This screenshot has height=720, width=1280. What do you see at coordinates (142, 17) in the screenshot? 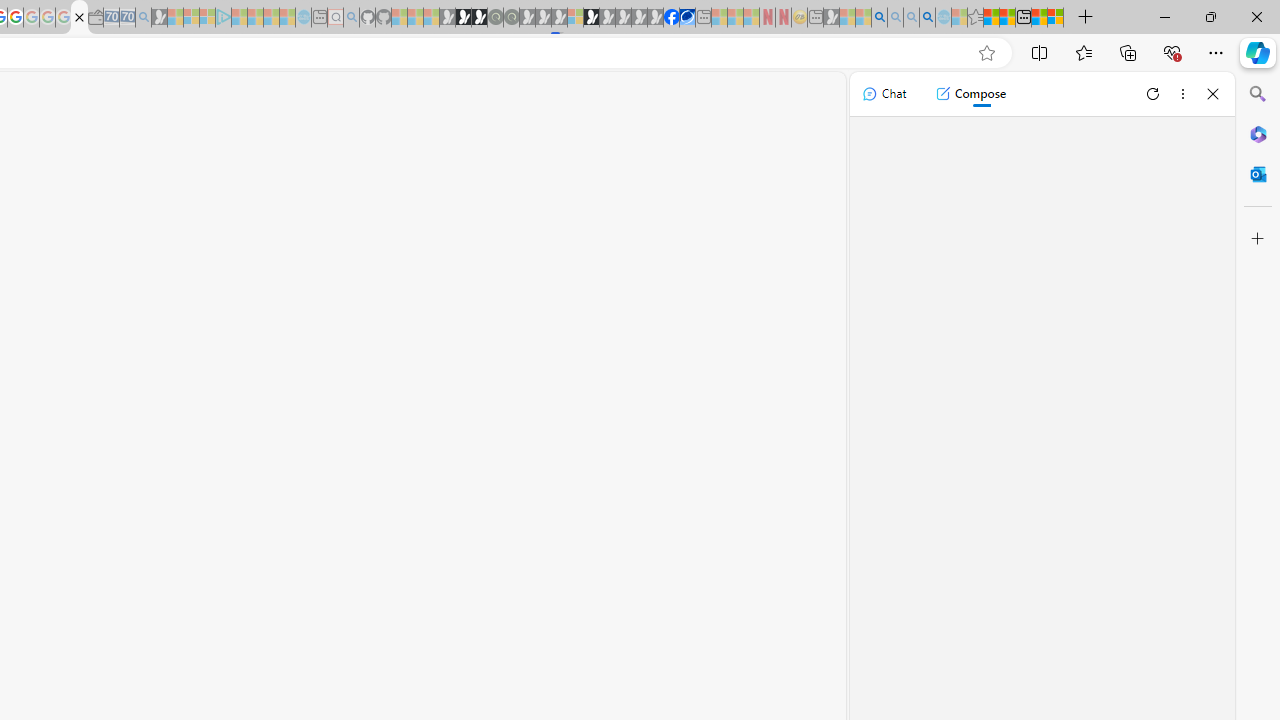
I see `'Bing Real Estate - Home sales and rental listings - Sleeping'` at bounding box center [142, 17].